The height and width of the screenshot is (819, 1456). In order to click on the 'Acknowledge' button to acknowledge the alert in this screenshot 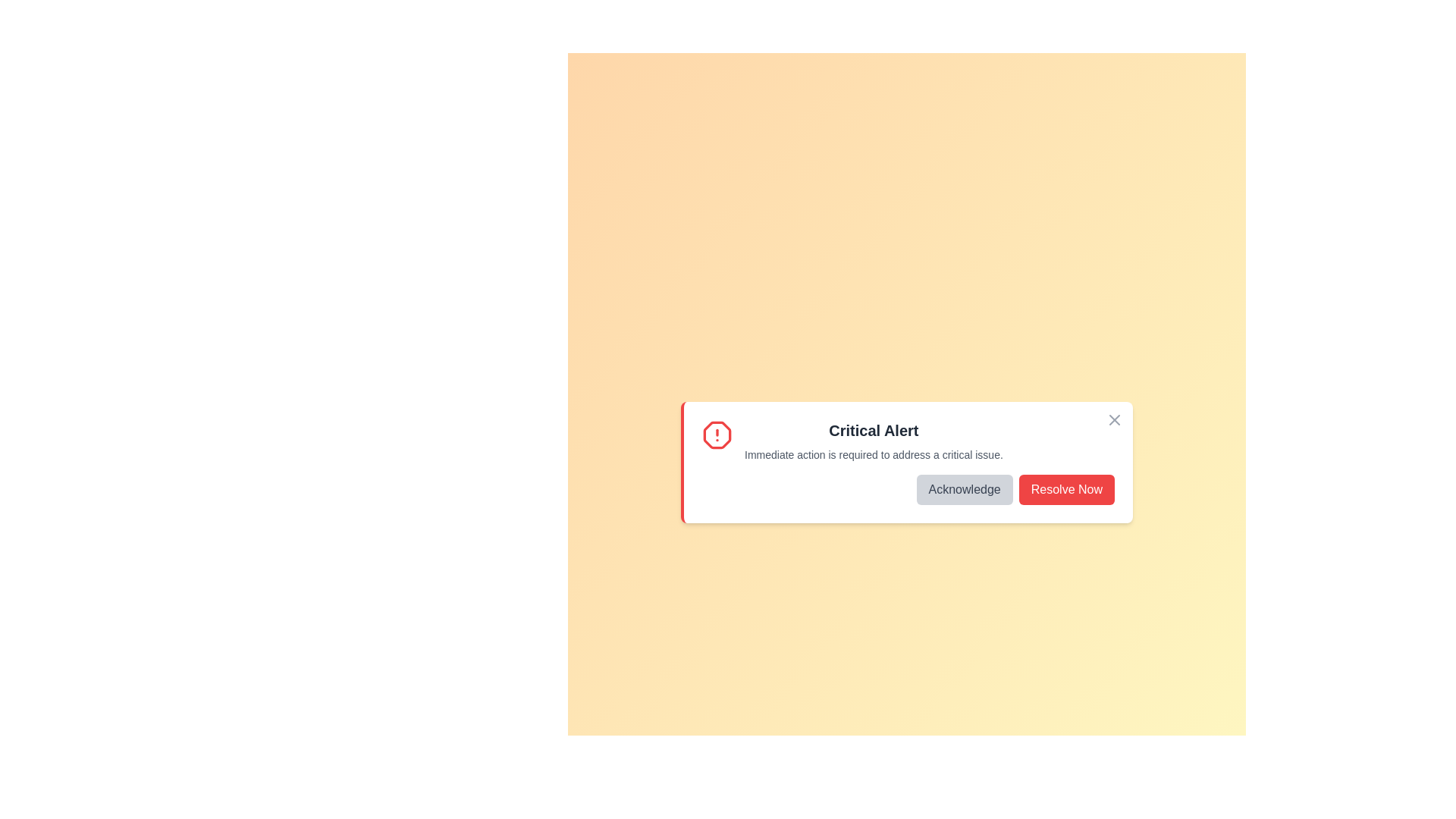, I will do `click(964, 489)`.